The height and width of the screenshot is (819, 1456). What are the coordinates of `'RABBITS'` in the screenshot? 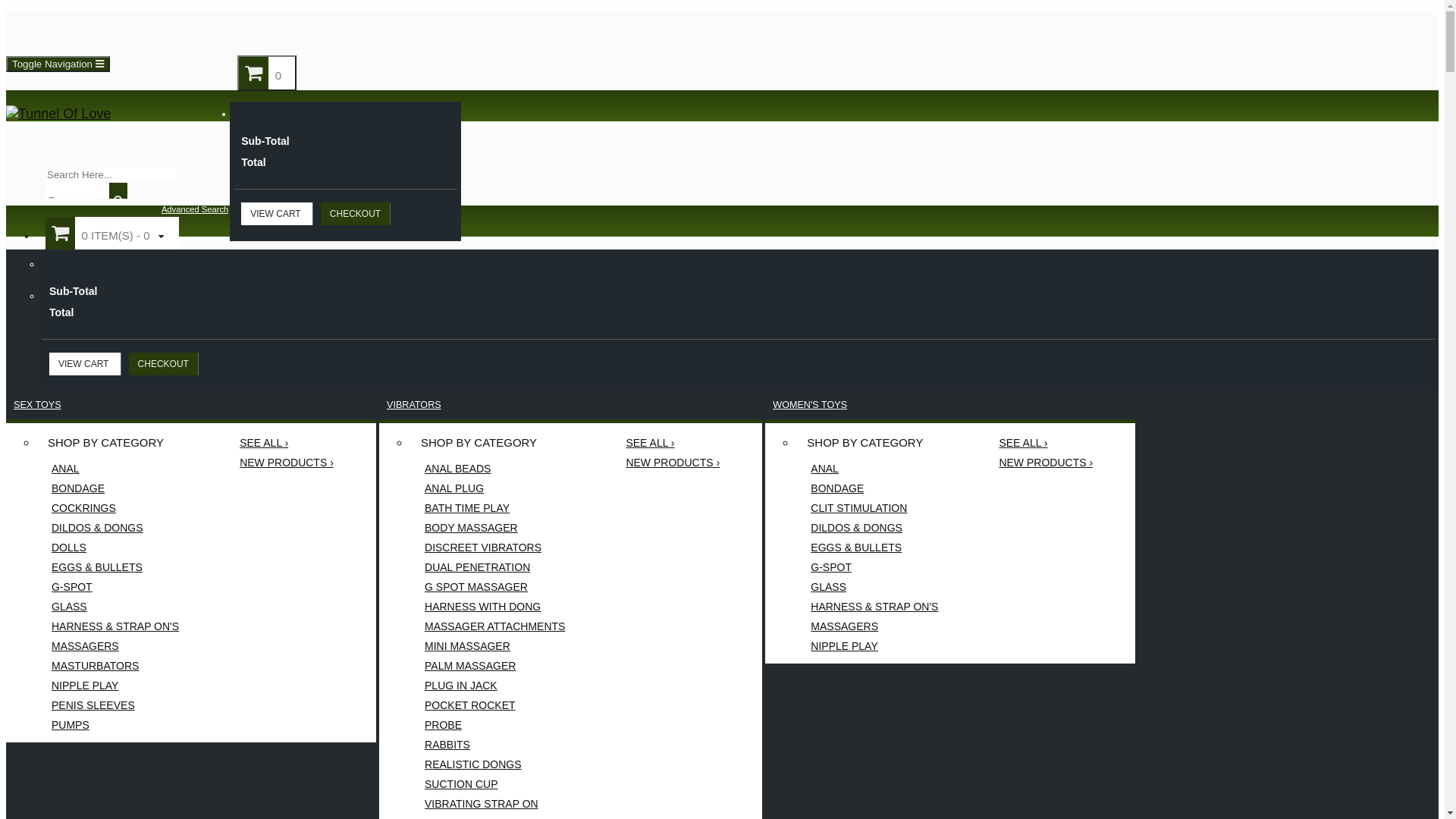 It's located at (494, 744).